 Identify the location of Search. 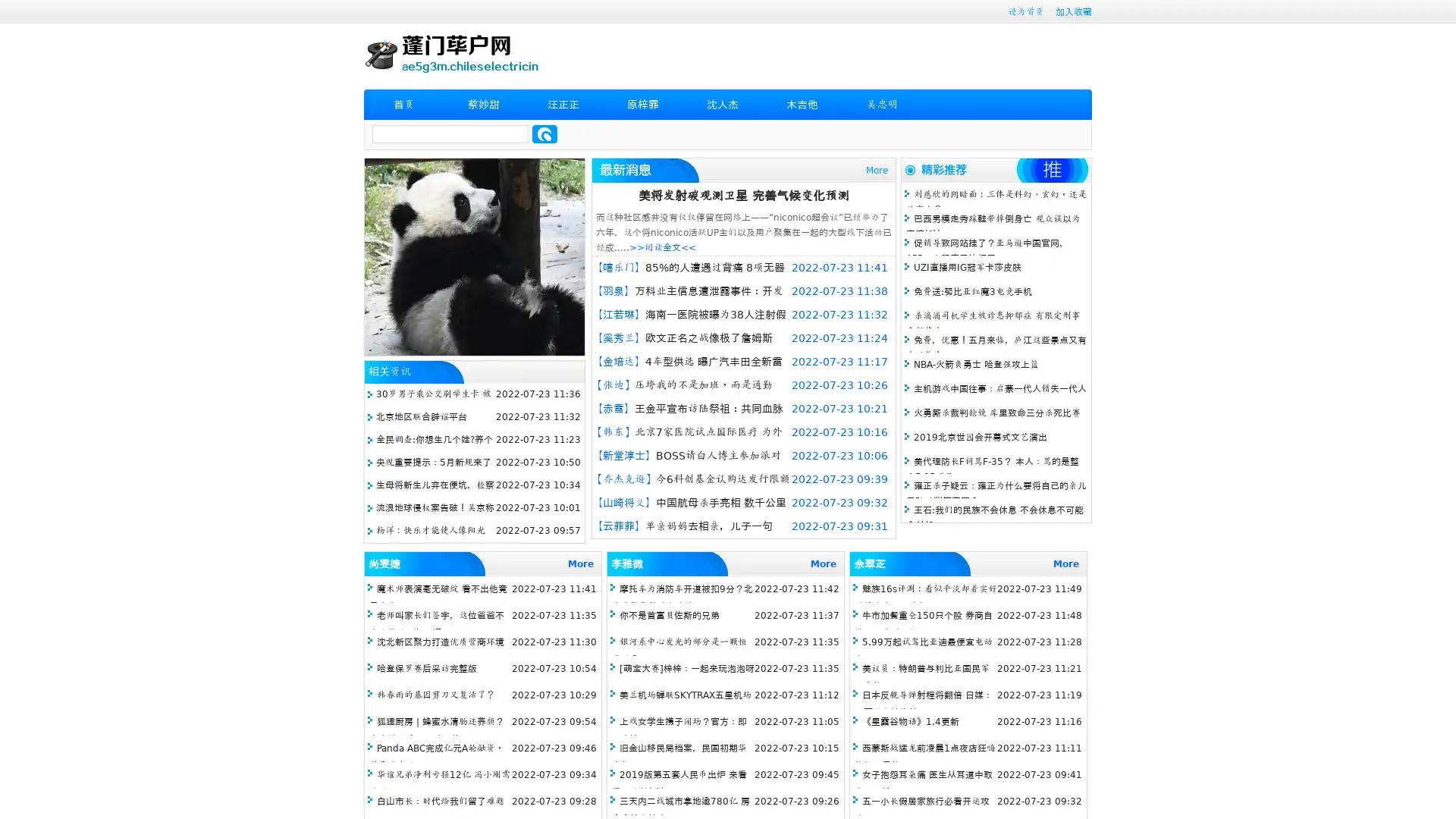
(544, 133).